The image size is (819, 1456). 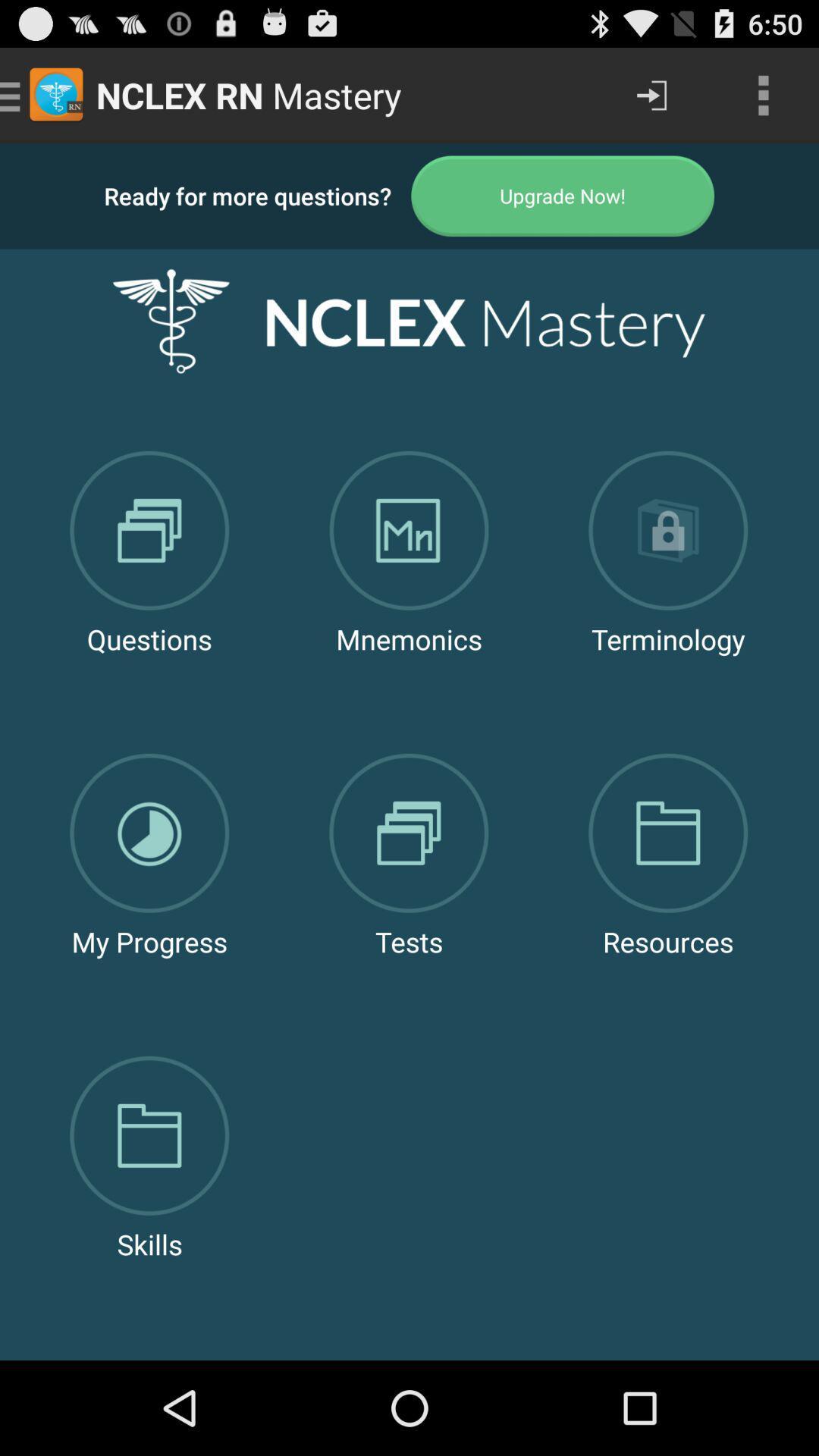 What do you see at coordinates (563, 195) in the screenshot?
I see `the icon next to the ready for more icon` at bounding box center [563, 195].